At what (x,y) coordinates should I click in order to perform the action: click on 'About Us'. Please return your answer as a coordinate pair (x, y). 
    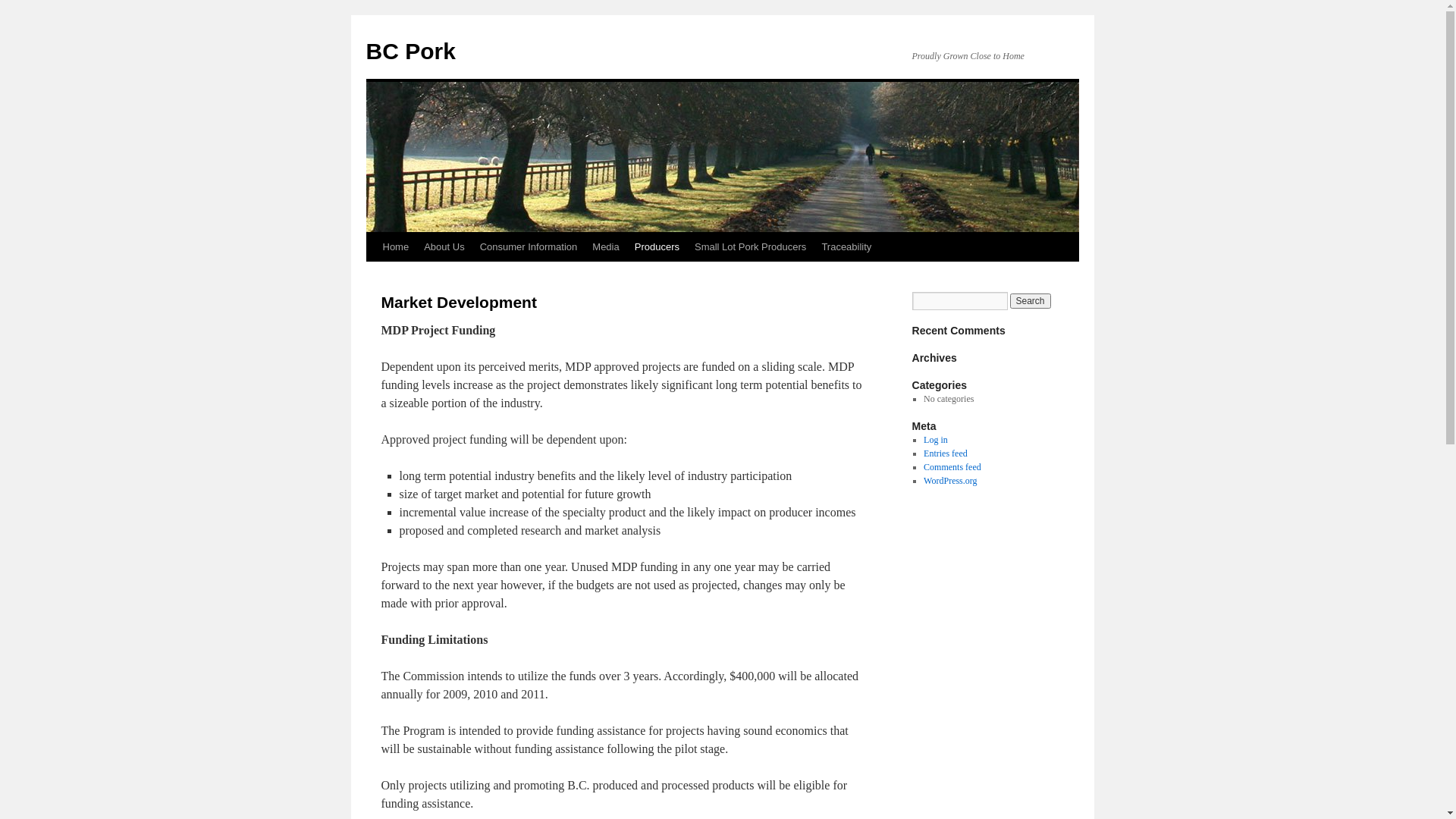
    Looking at the image, I should click on (443, 246).